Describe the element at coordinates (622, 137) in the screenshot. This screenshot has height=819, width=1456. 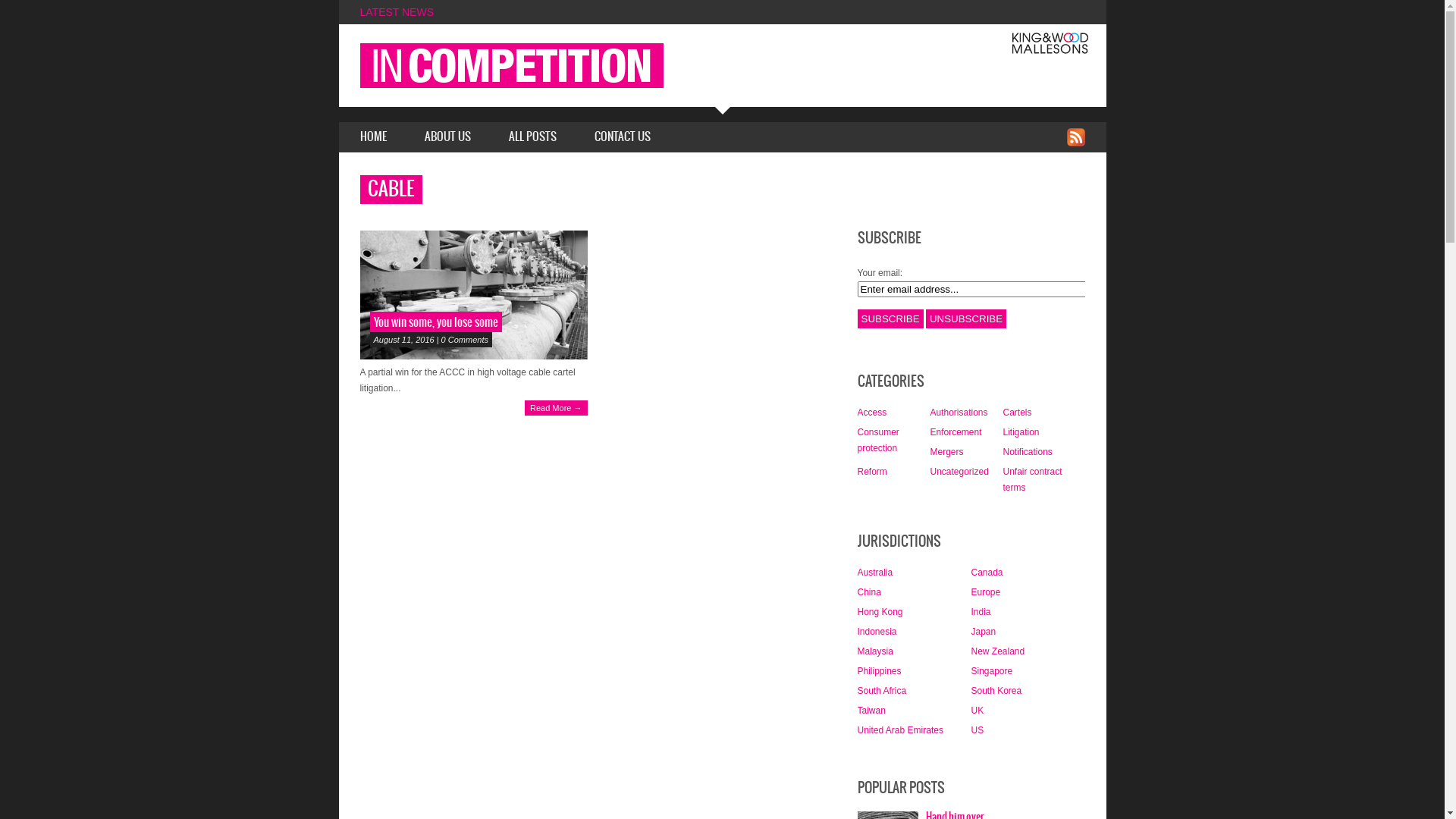
I see `'CONTACT US'` at that location.